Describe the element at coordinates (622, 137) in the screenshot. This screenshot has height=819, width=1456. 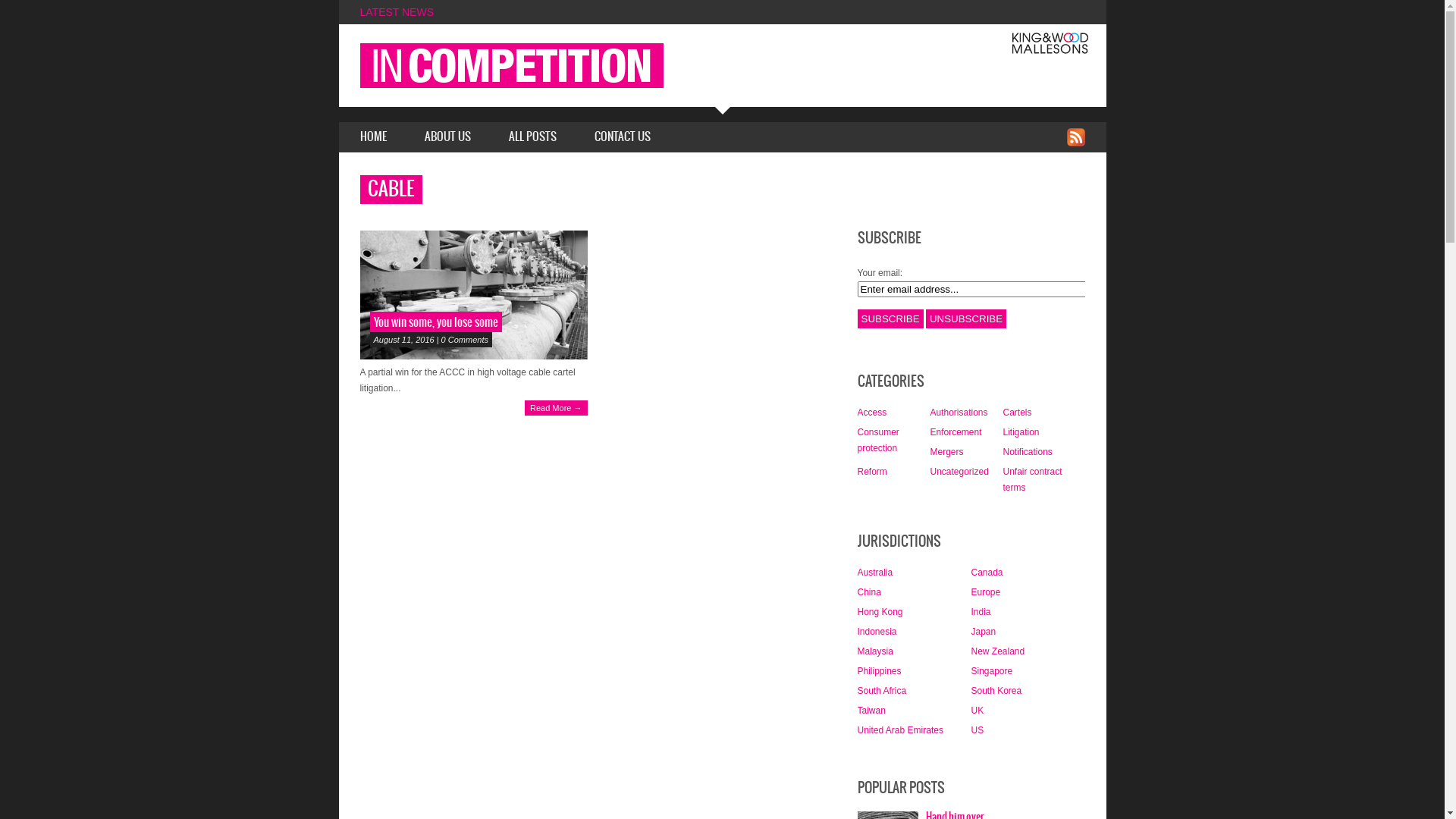
I see `'CONTACT US'` at that location.